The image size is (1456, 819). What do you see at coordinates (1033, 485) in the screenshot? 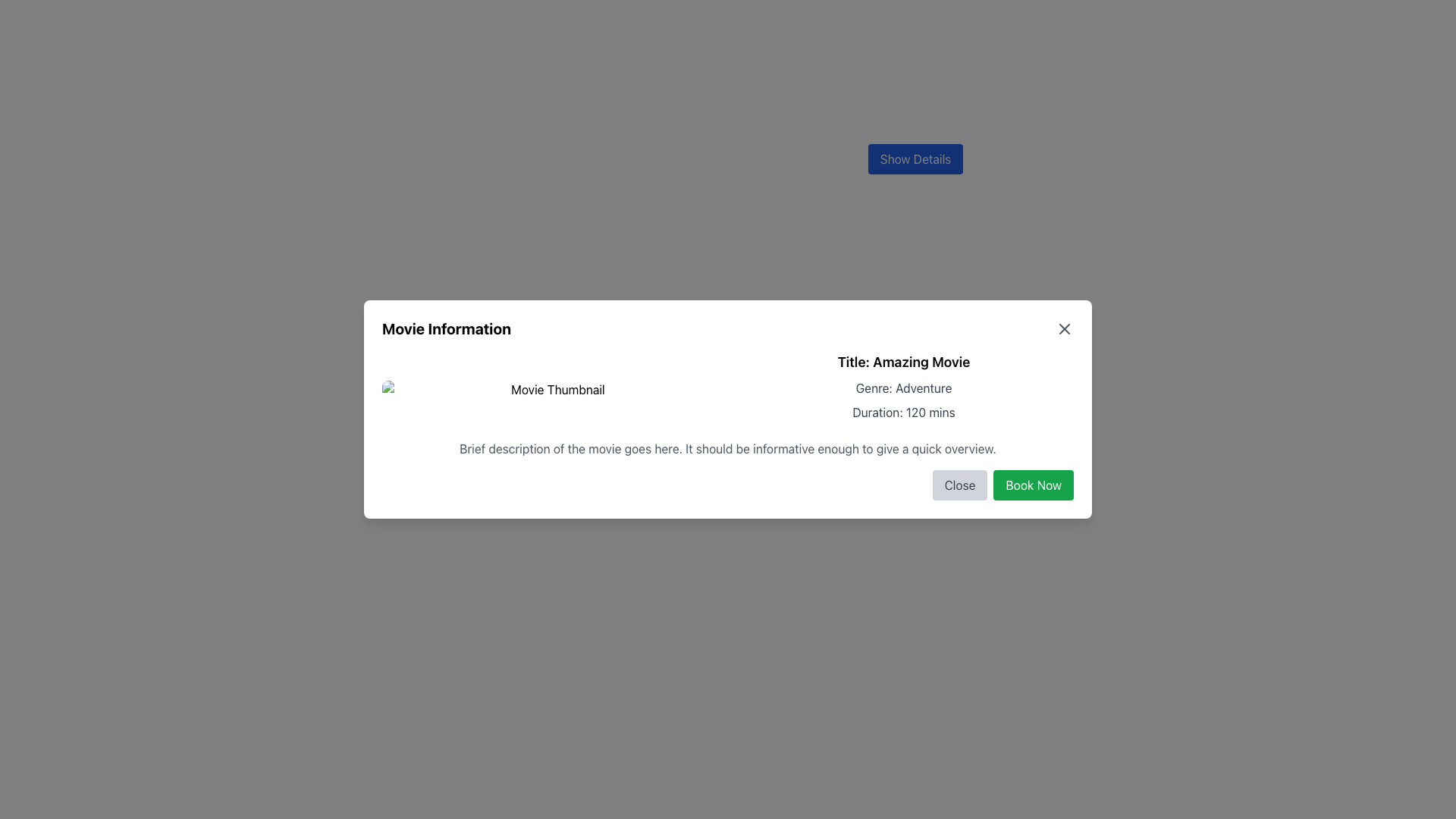
I see `the booking confirmation button, which is the second and rightmost button in the modal window, located to the right of the 'Close' button` at bounding box center [1033, 485].